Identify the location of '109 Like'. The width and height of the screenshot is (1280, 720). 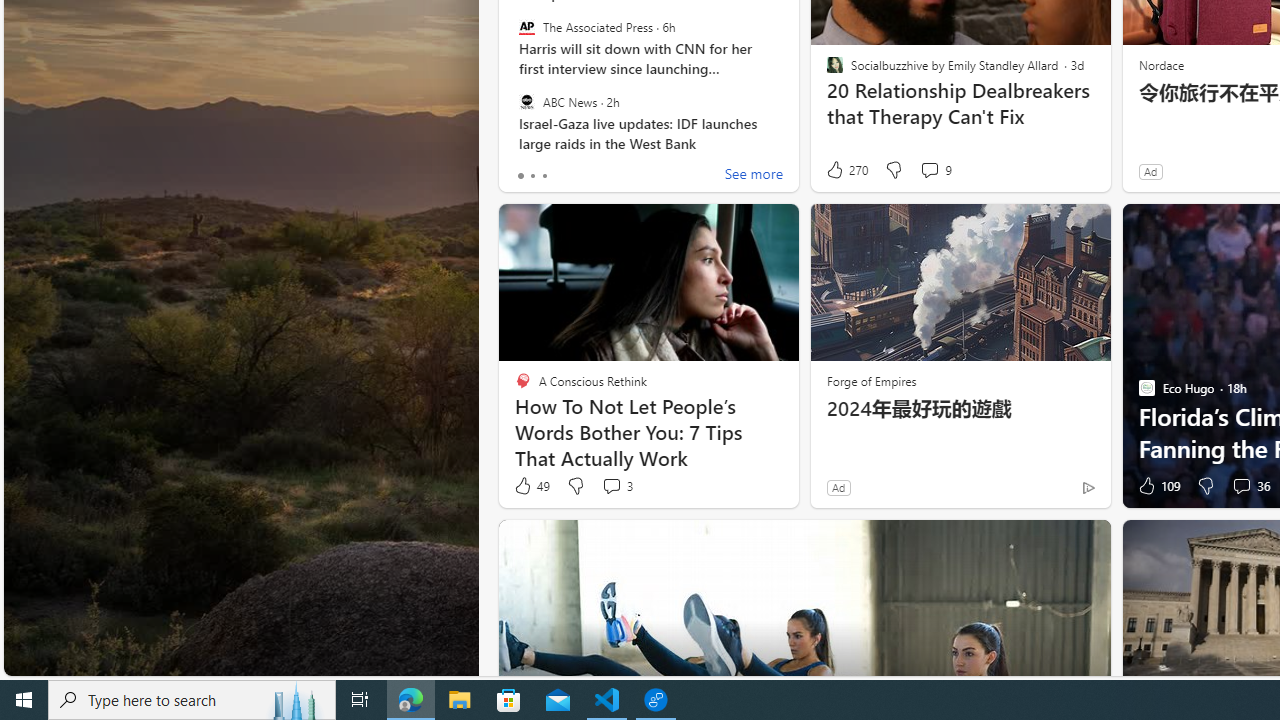
(1157, 486).